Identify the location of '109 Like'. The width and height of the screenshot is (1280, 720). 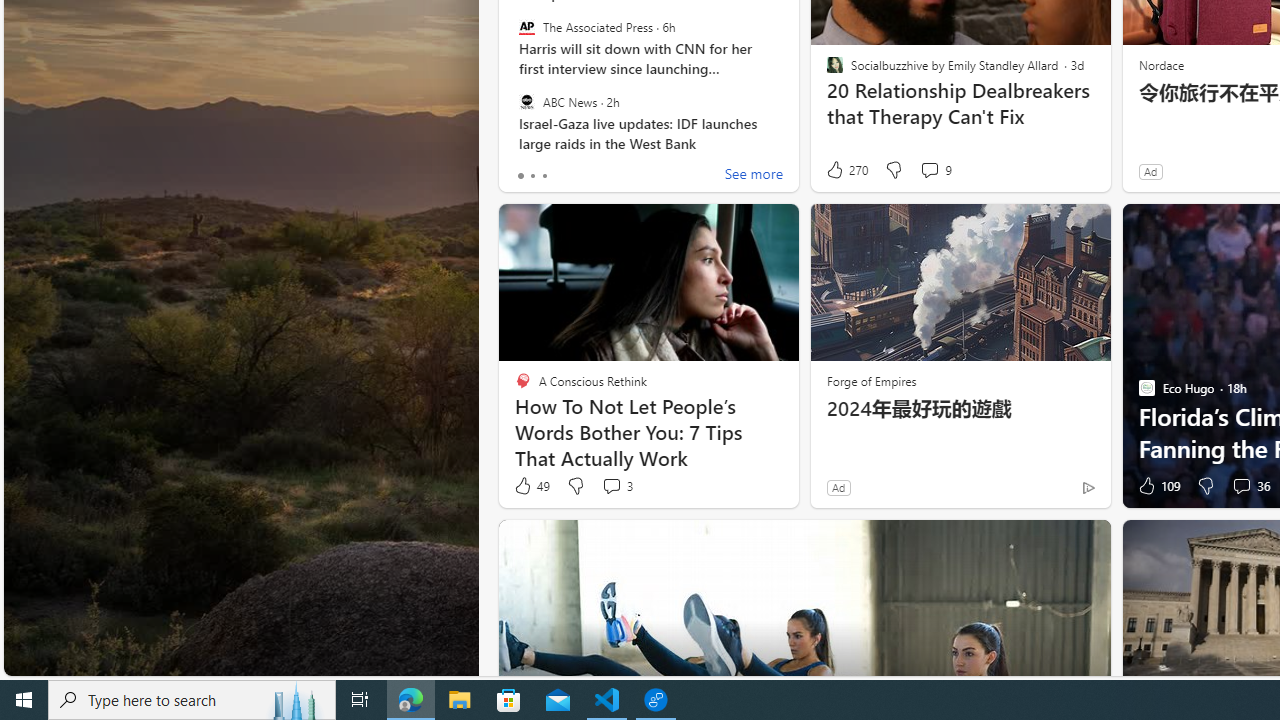
(1157, 486).